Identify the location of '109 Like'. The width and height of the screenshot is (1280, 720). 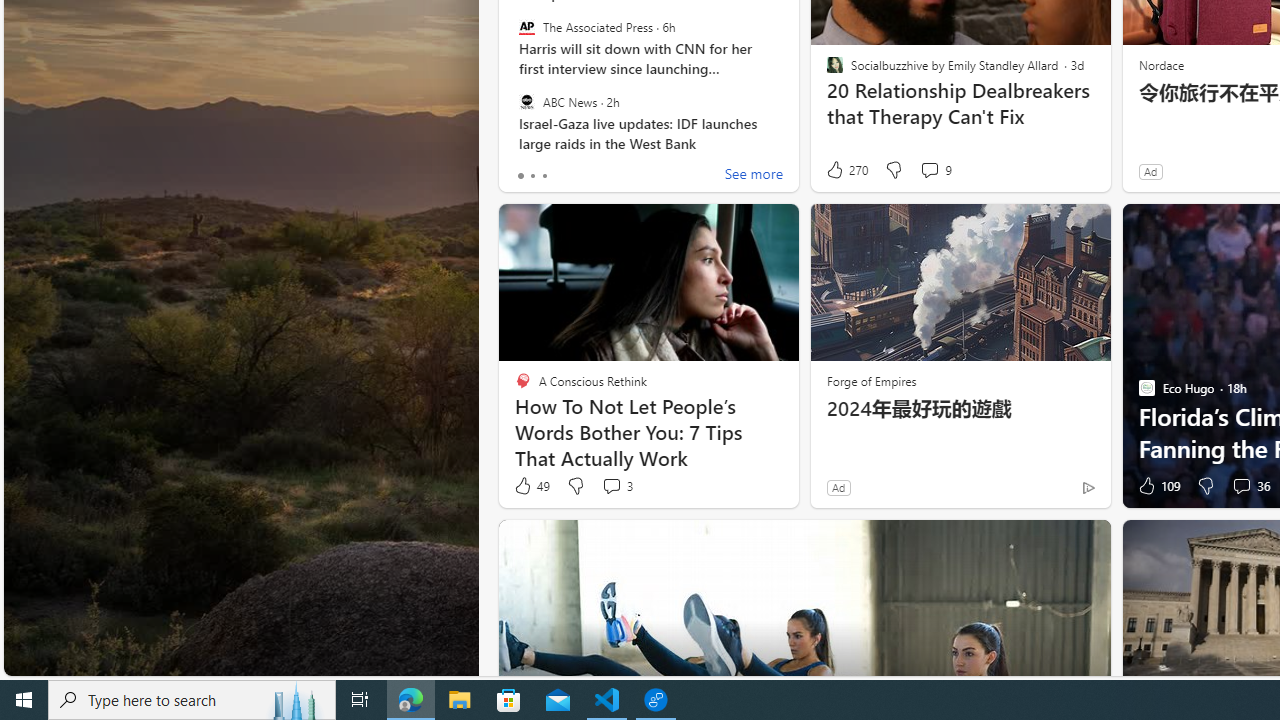
(1157, 486).